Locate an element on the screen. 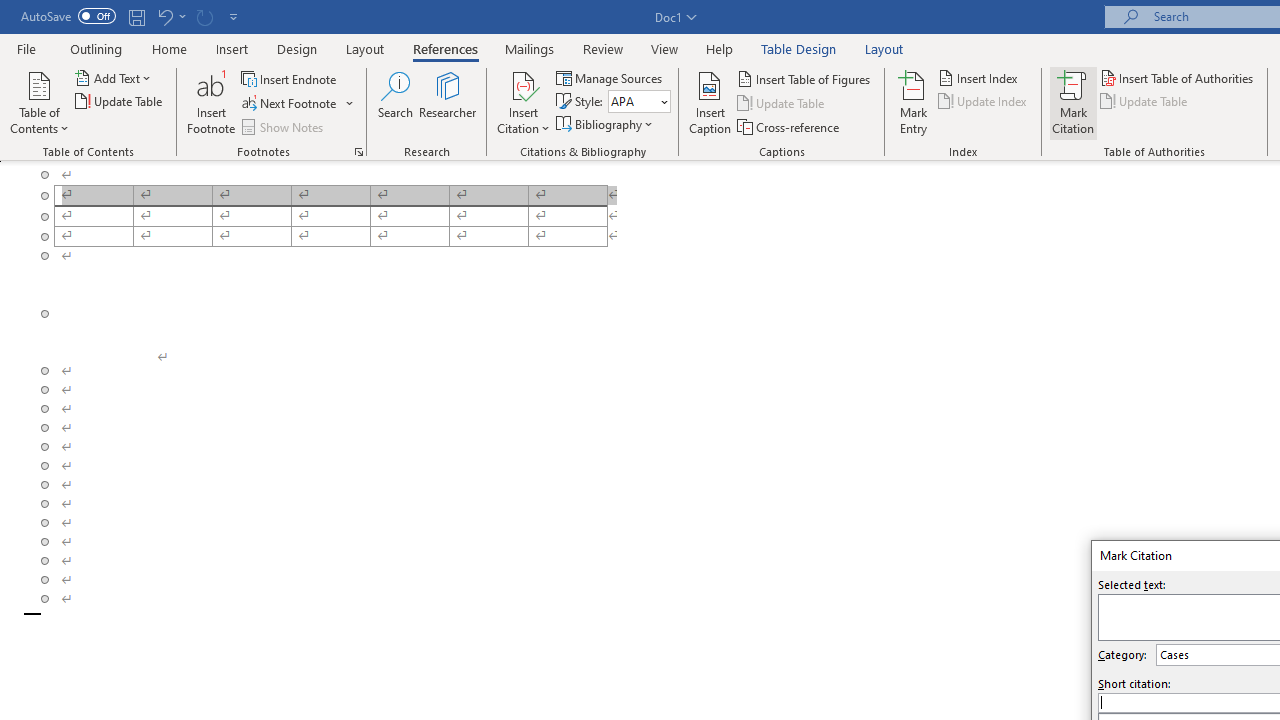 The height and width of the screenshot is (720, 1280). 'Update Table...' is located at coordinates (119, 101).